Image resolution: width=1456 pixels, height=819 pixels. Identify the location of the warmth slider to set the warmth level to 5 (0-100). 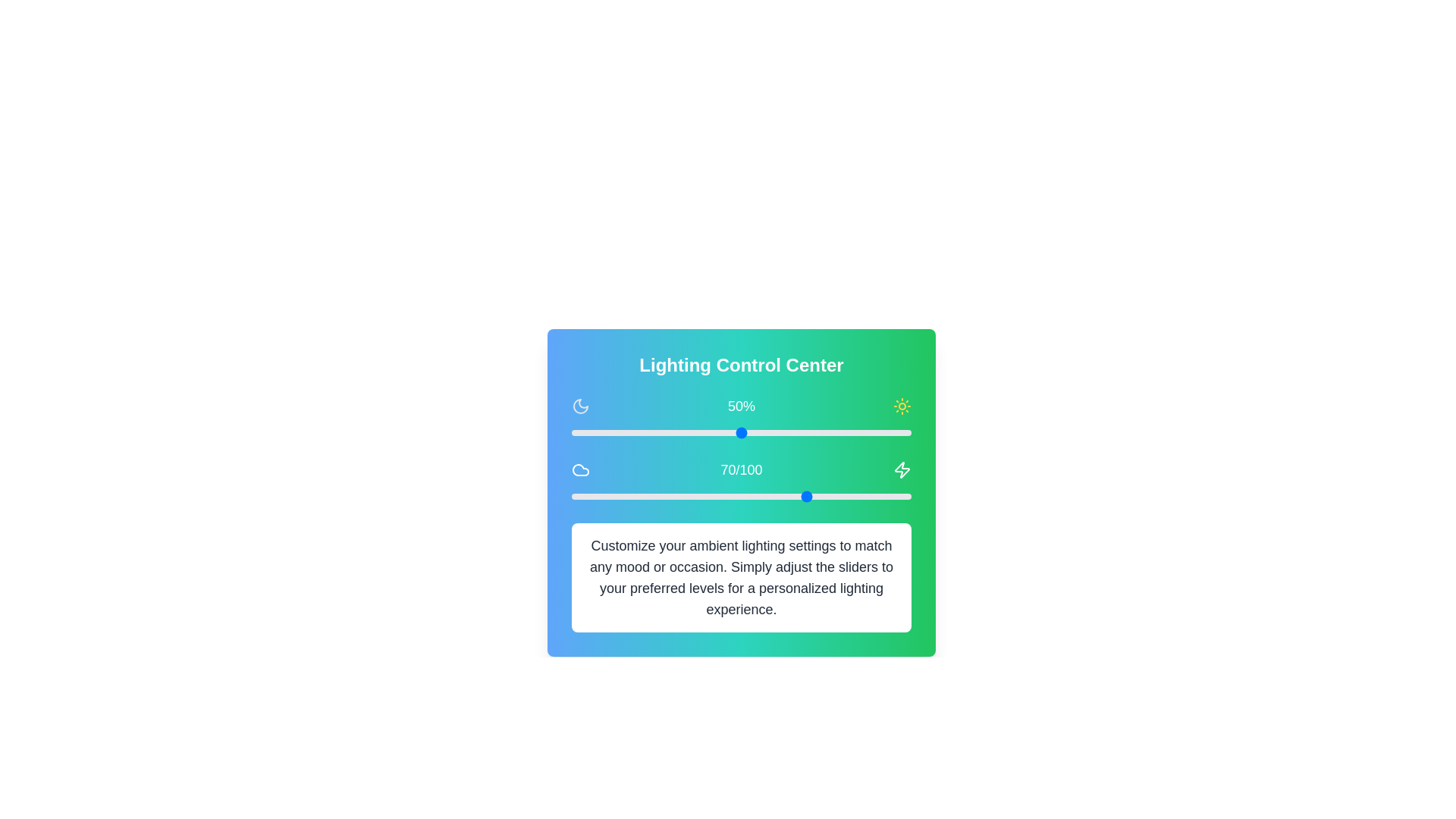
(588, 497).